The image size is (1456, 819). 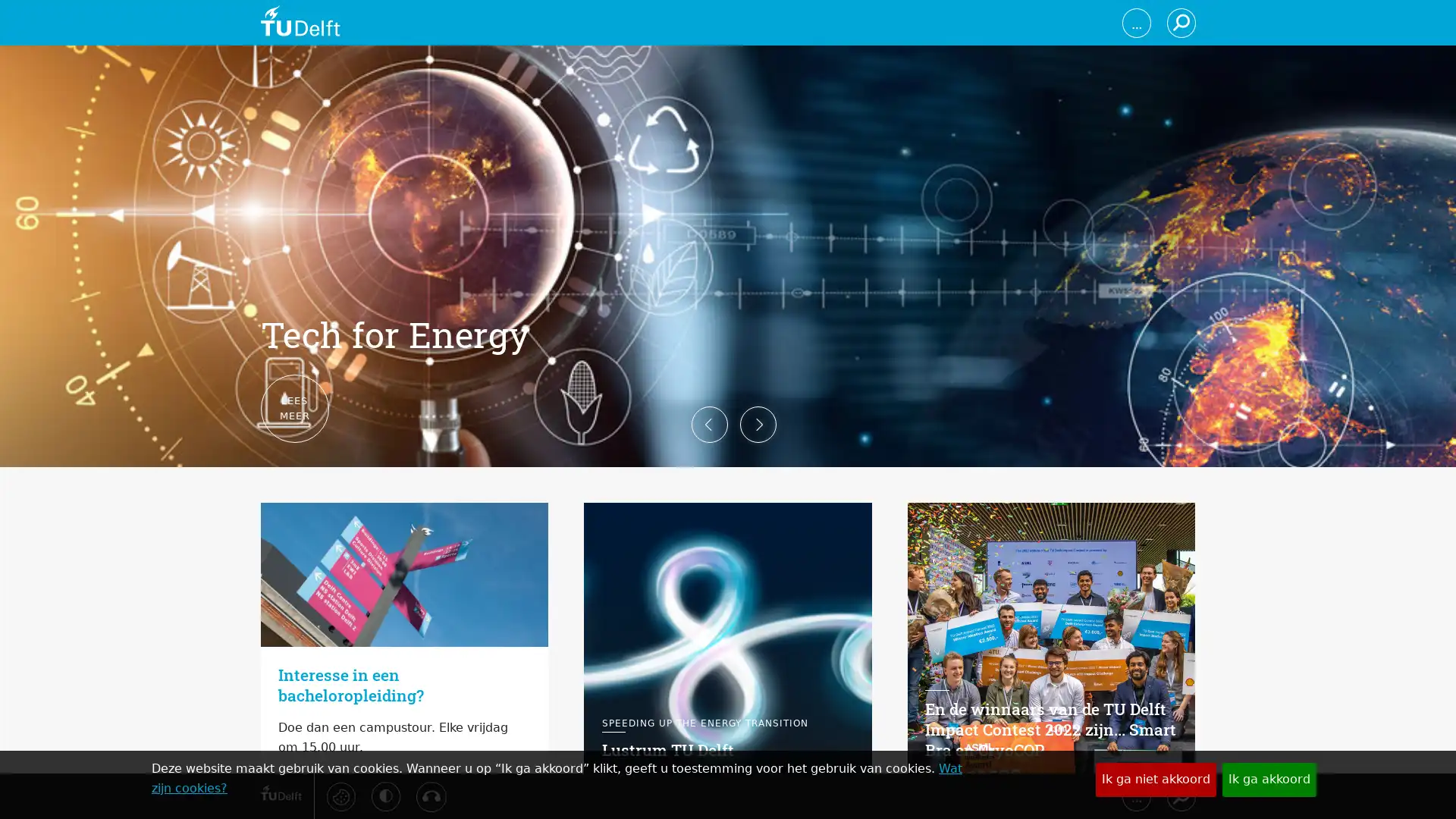 What do you see at coordinates (236, 409) in the screenshot?
I see `Ga naar vorig item` at bounding box center [236, 409].